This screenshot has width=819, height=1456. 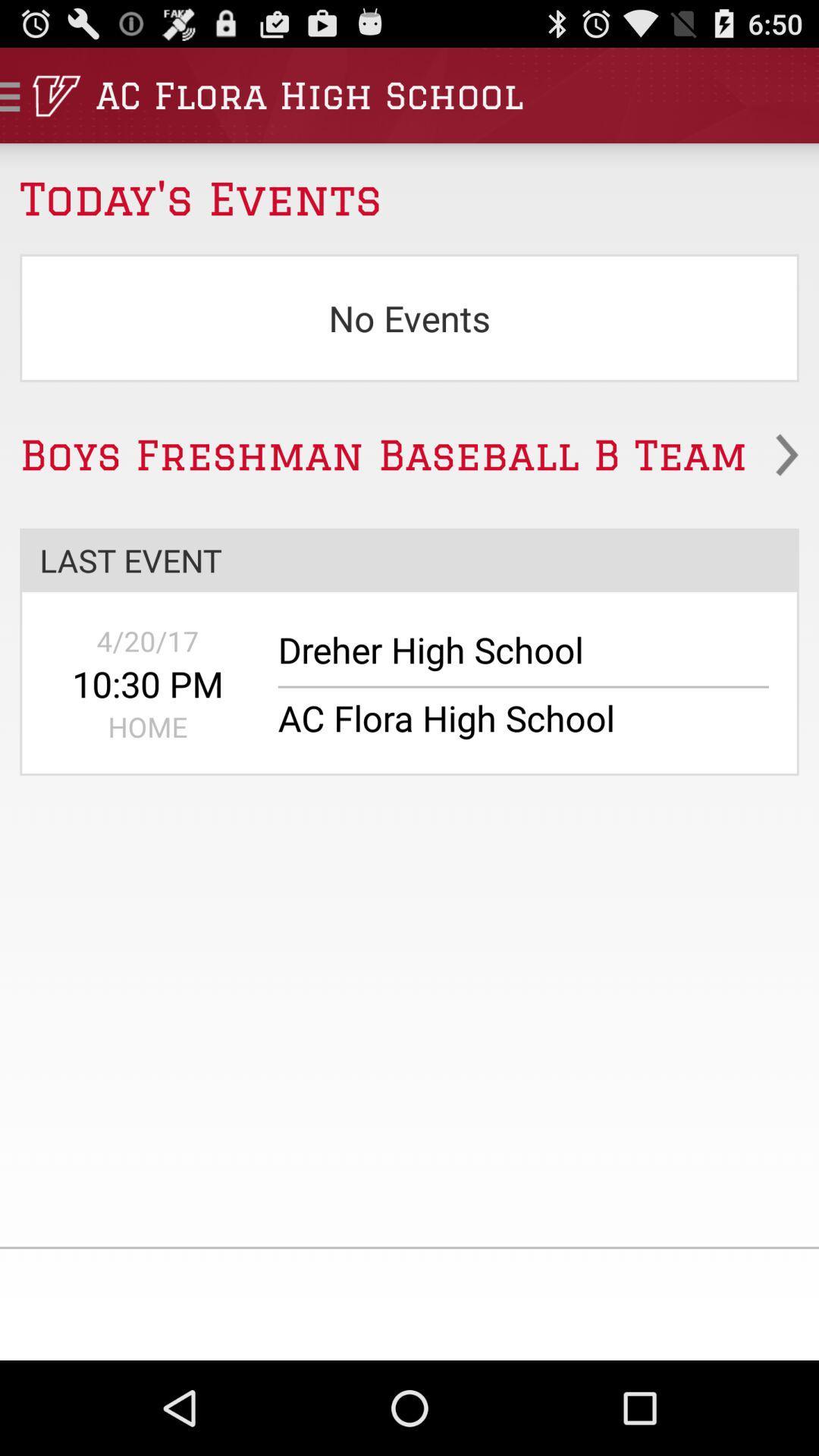 I want to click on item next to the 10:30 pm item, so click(x=513, y=657).